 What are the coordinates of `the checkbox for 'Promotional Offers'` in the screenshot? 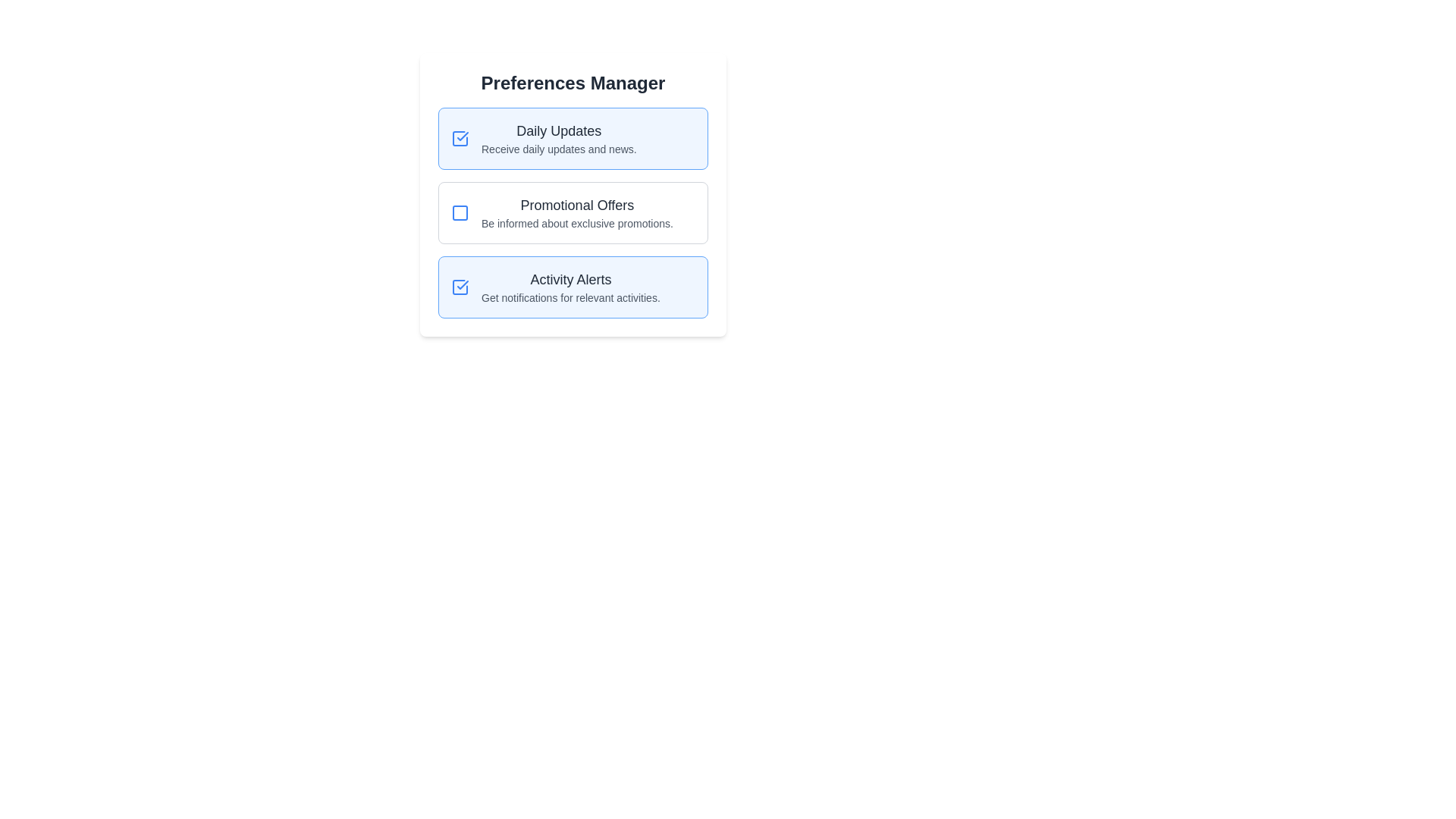 It's located at (459, 213).